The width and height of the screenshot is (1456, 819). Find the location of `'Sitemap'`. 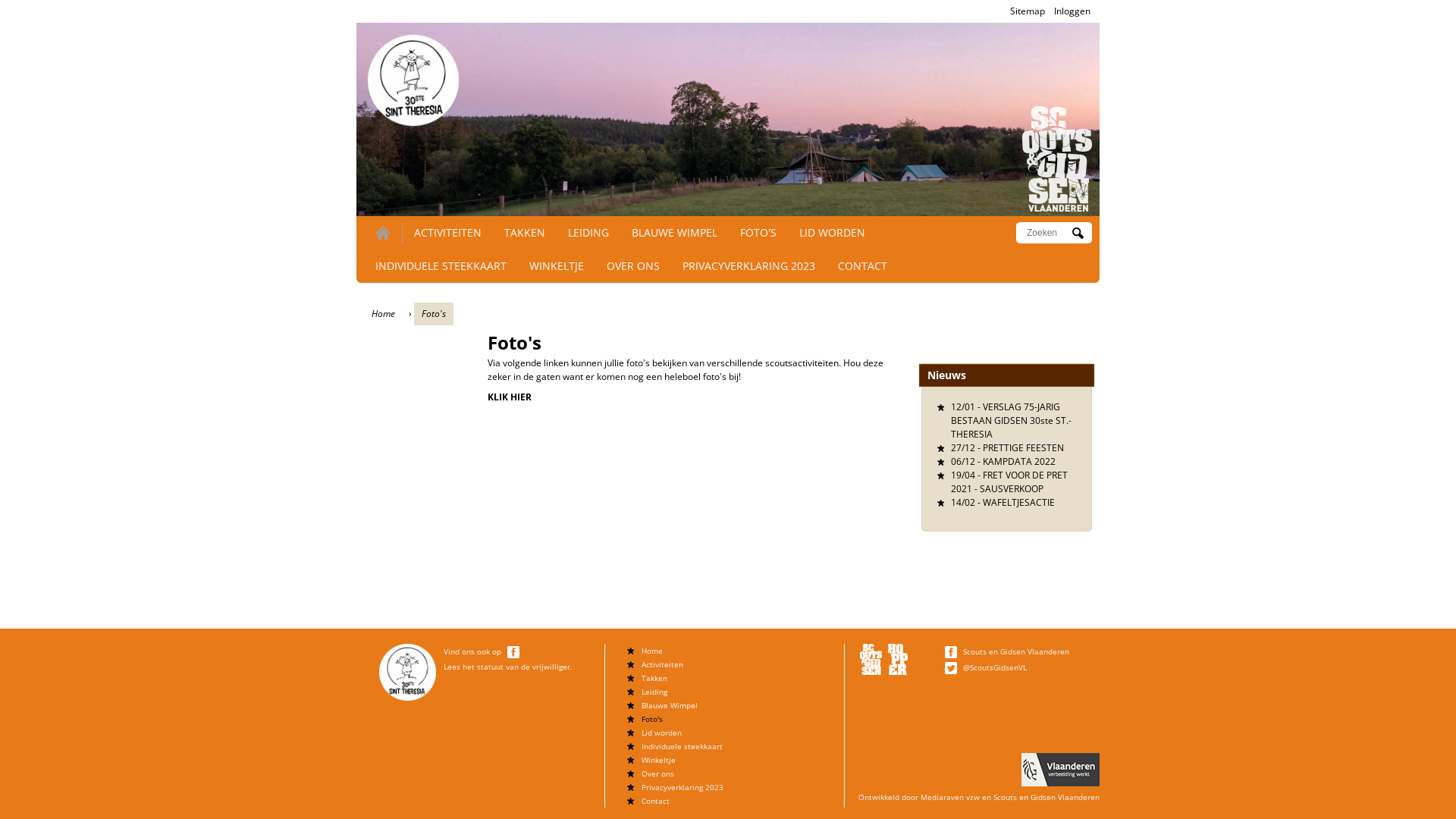

'Sitemap' is located at coordinates (1027, 11).